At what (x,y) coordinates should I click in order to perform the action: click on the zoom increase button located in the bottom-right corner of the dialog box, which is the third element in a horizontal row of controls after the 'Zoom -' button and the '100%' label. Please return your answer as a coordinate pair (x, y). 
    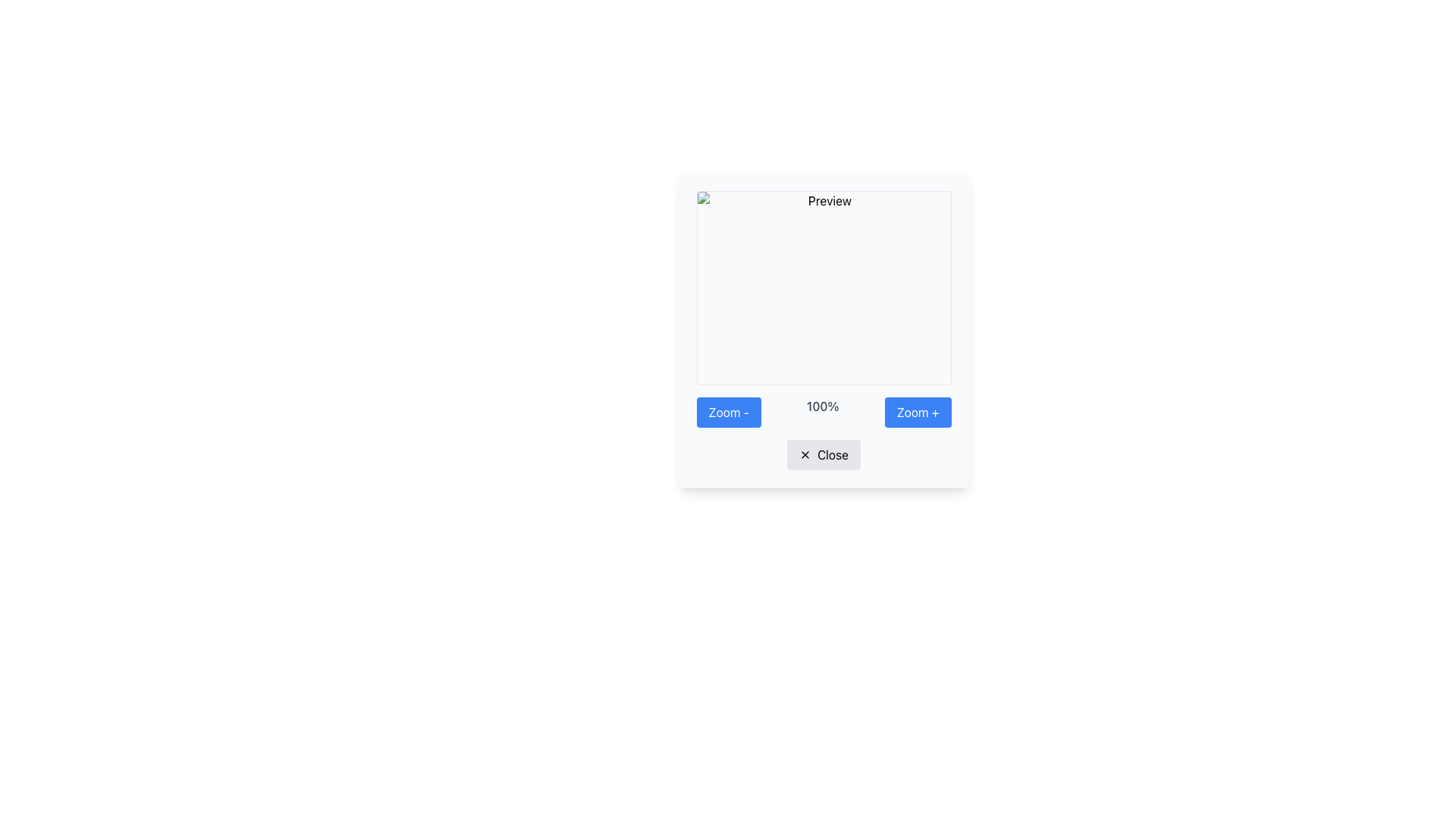
    Looking at the image, I should click on (917, 412).